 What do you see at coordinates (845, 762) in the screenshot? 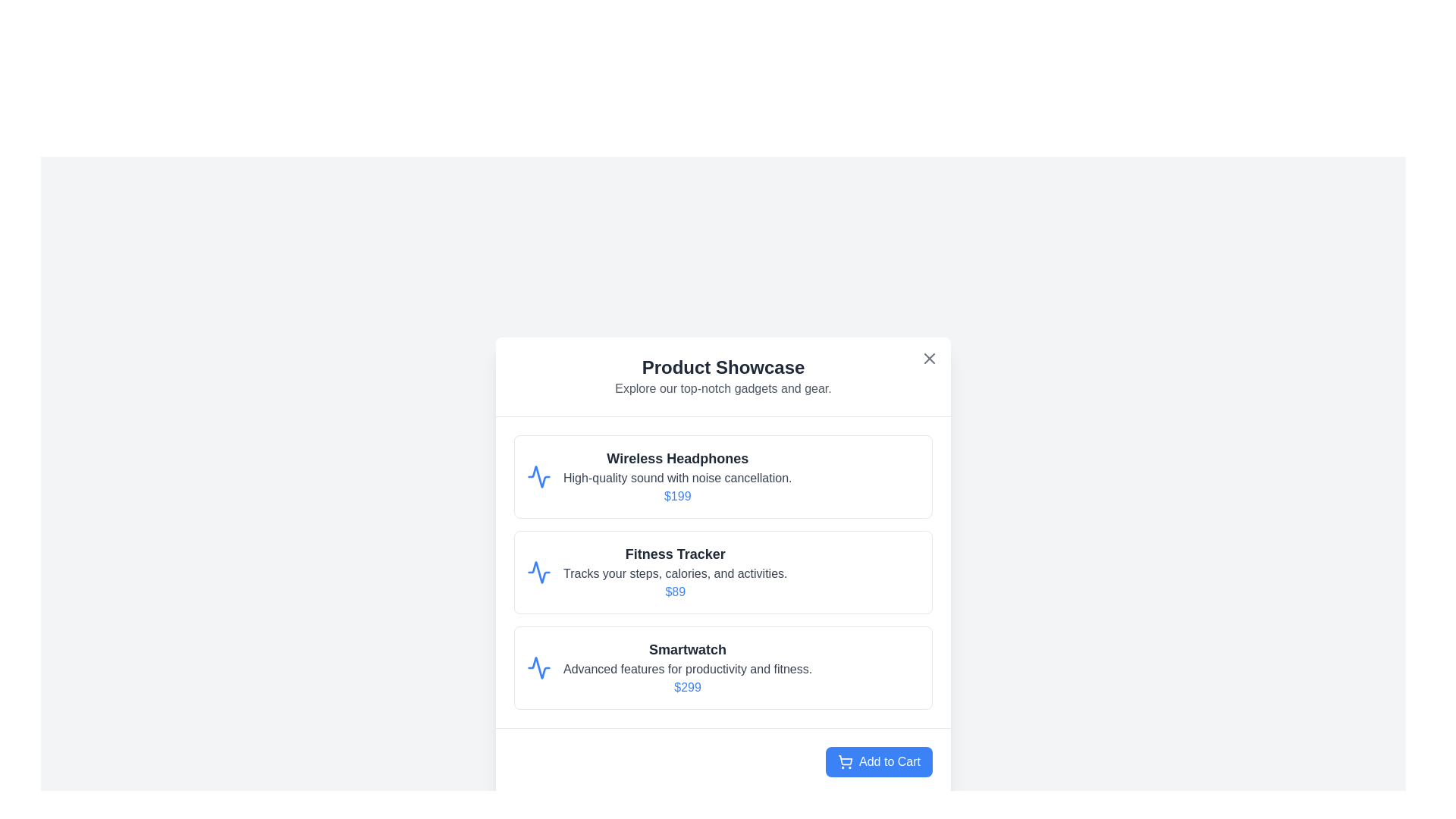
I see `the shopping cart icon located on the left side of the 'Add to Cart' button` at bounding box center [845, 762].